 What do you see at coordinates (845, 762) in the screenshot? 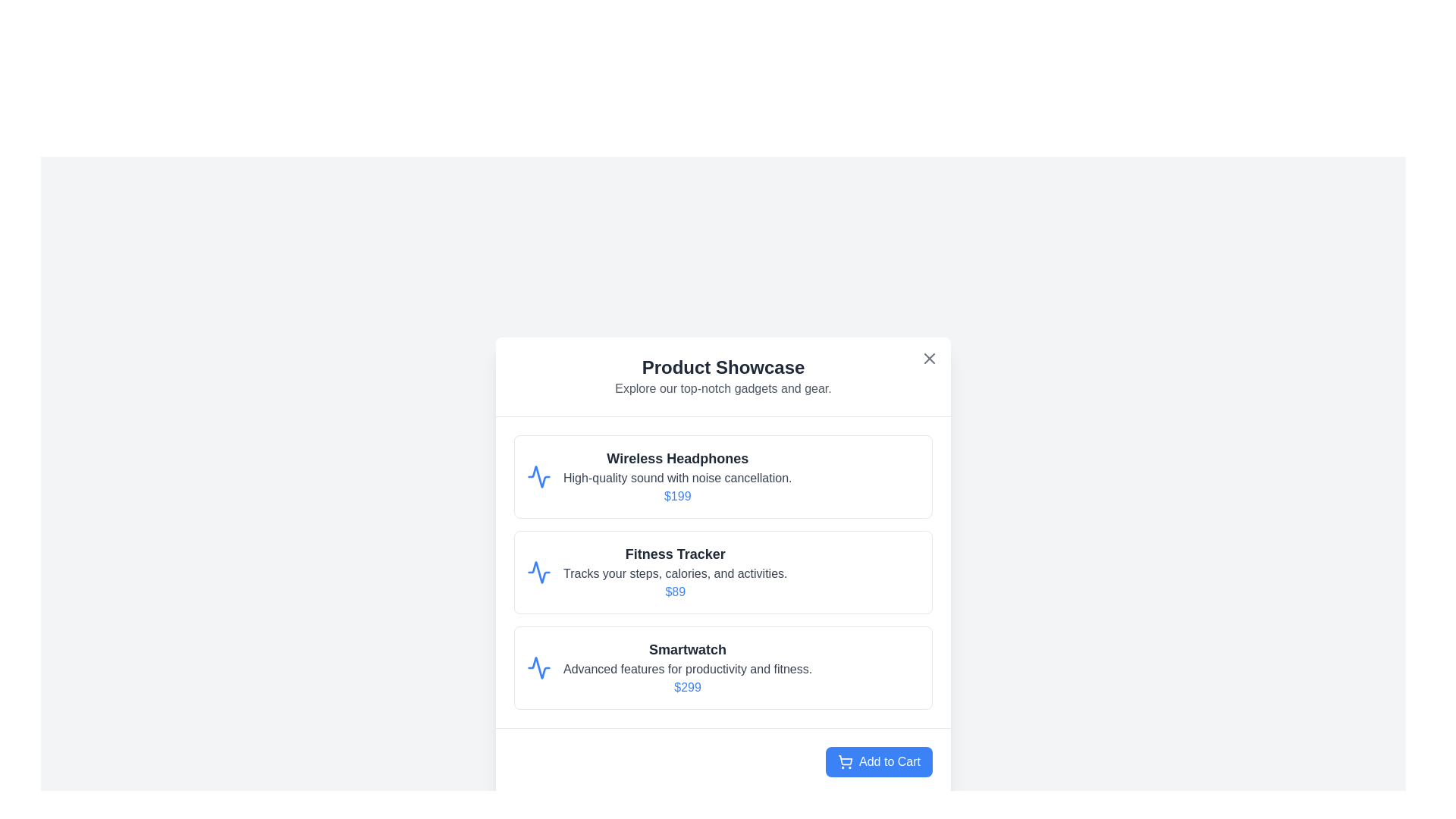
I see `the shopping cart icon located on the left side of the 'Add to Cart' button` at bounding box center [845, 762].